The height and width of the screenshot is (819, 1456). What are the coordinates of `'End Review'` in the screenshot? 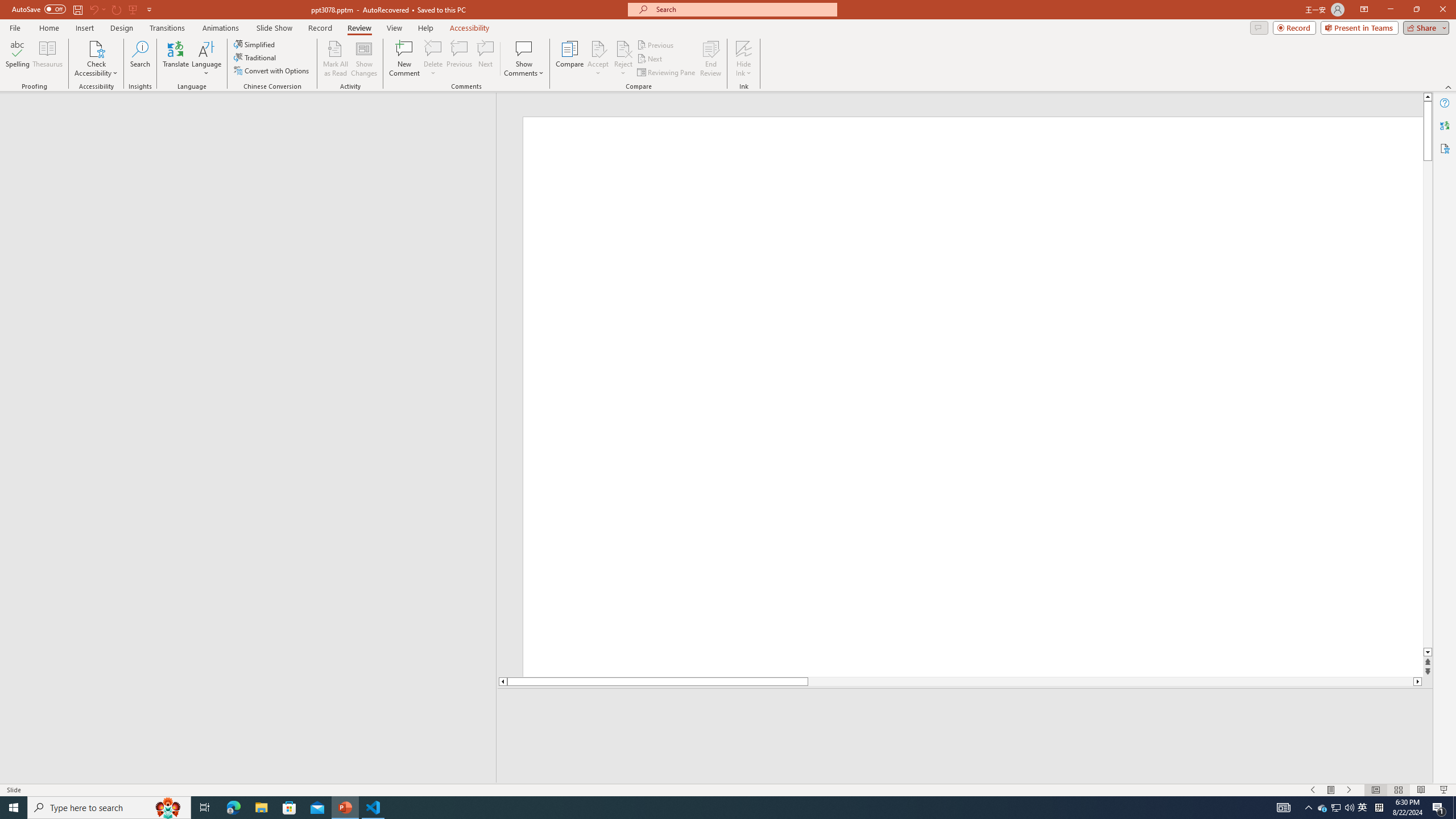 It's located at (710, 59).